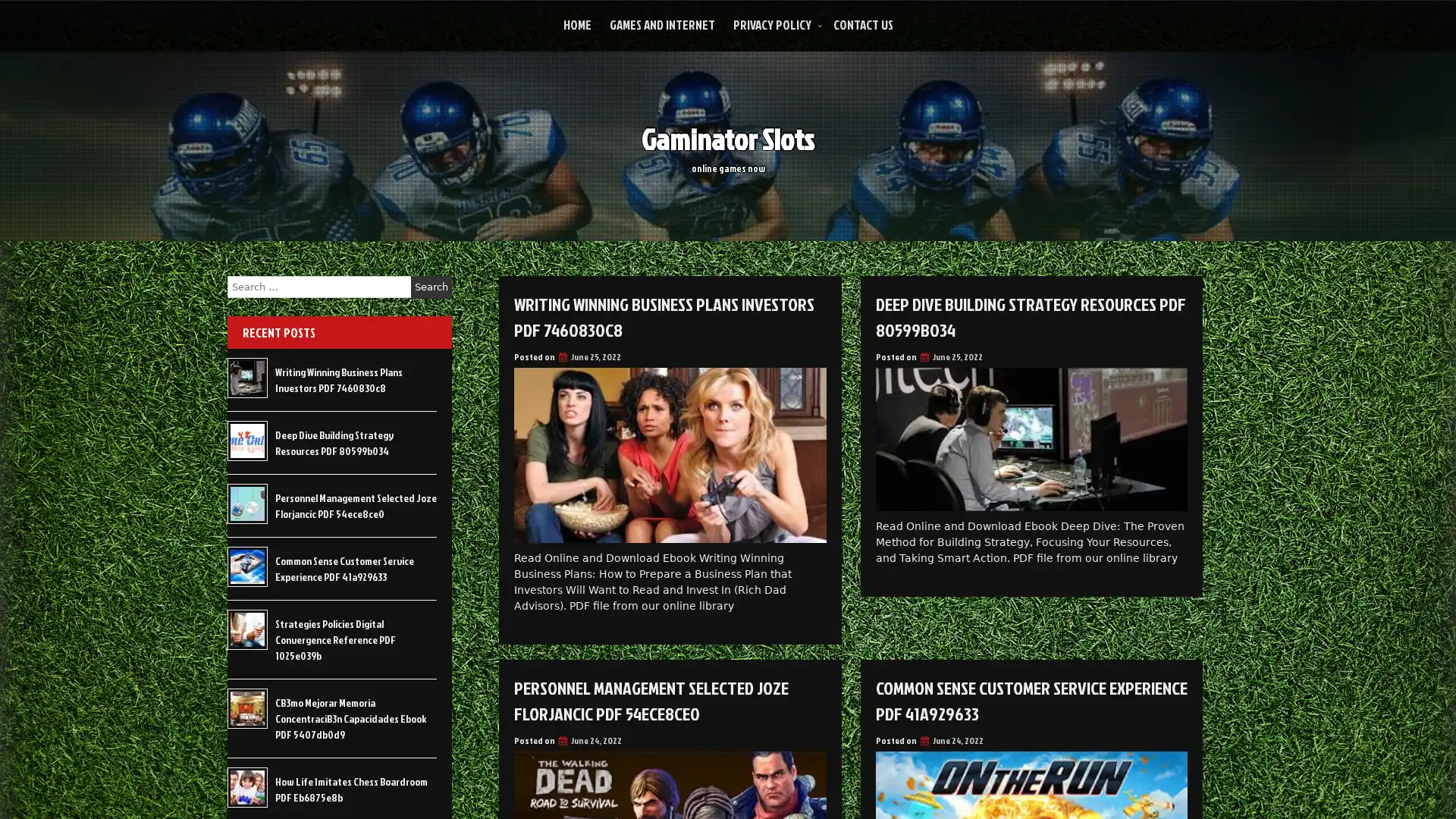 The image size is (1456, 819). Describe the element at coordinates (431, 287) in the screenshot. I see `Search` at that location.